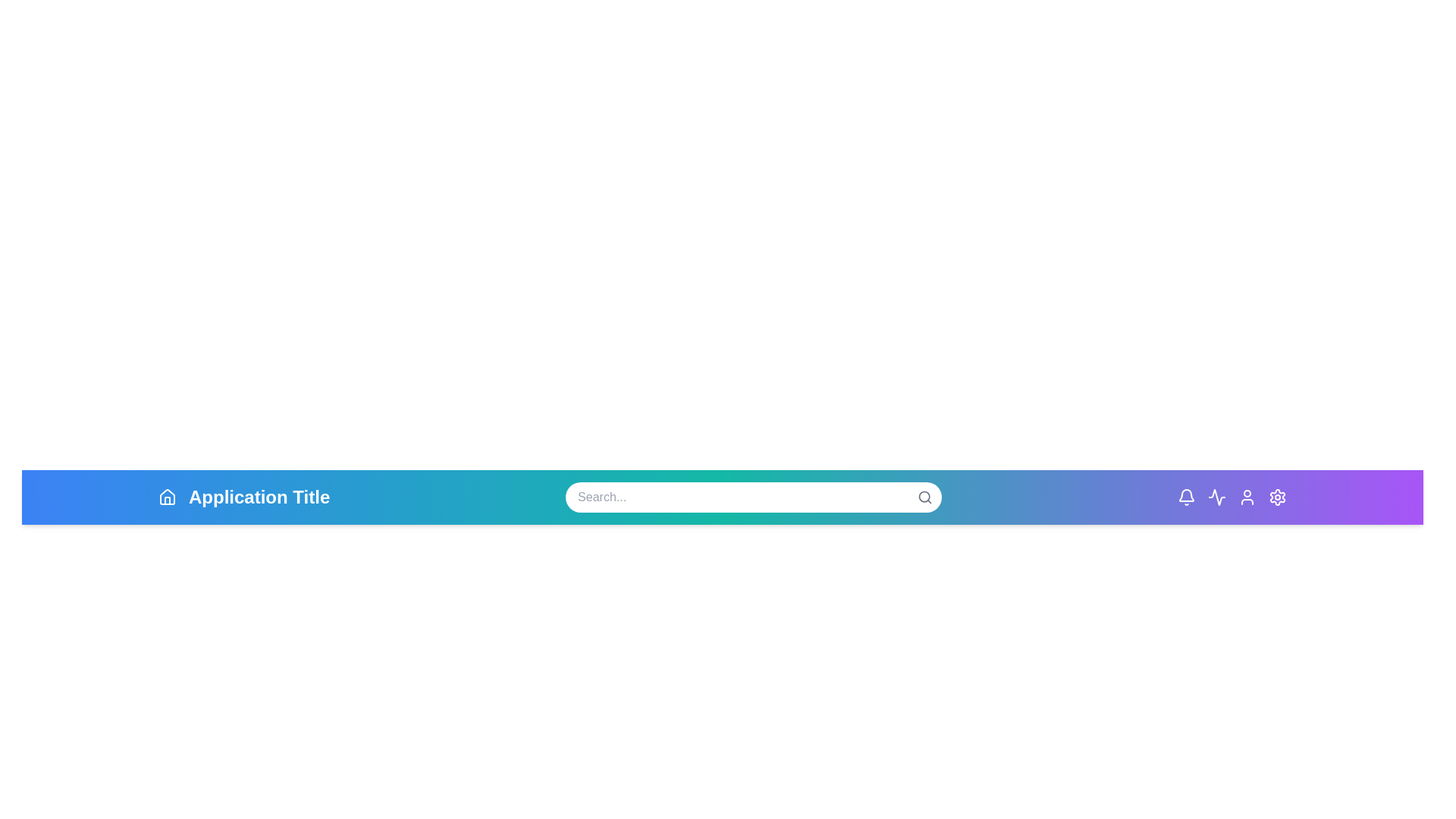  I want to click on the Home icon to navigate to the home page, so click(167, 497).